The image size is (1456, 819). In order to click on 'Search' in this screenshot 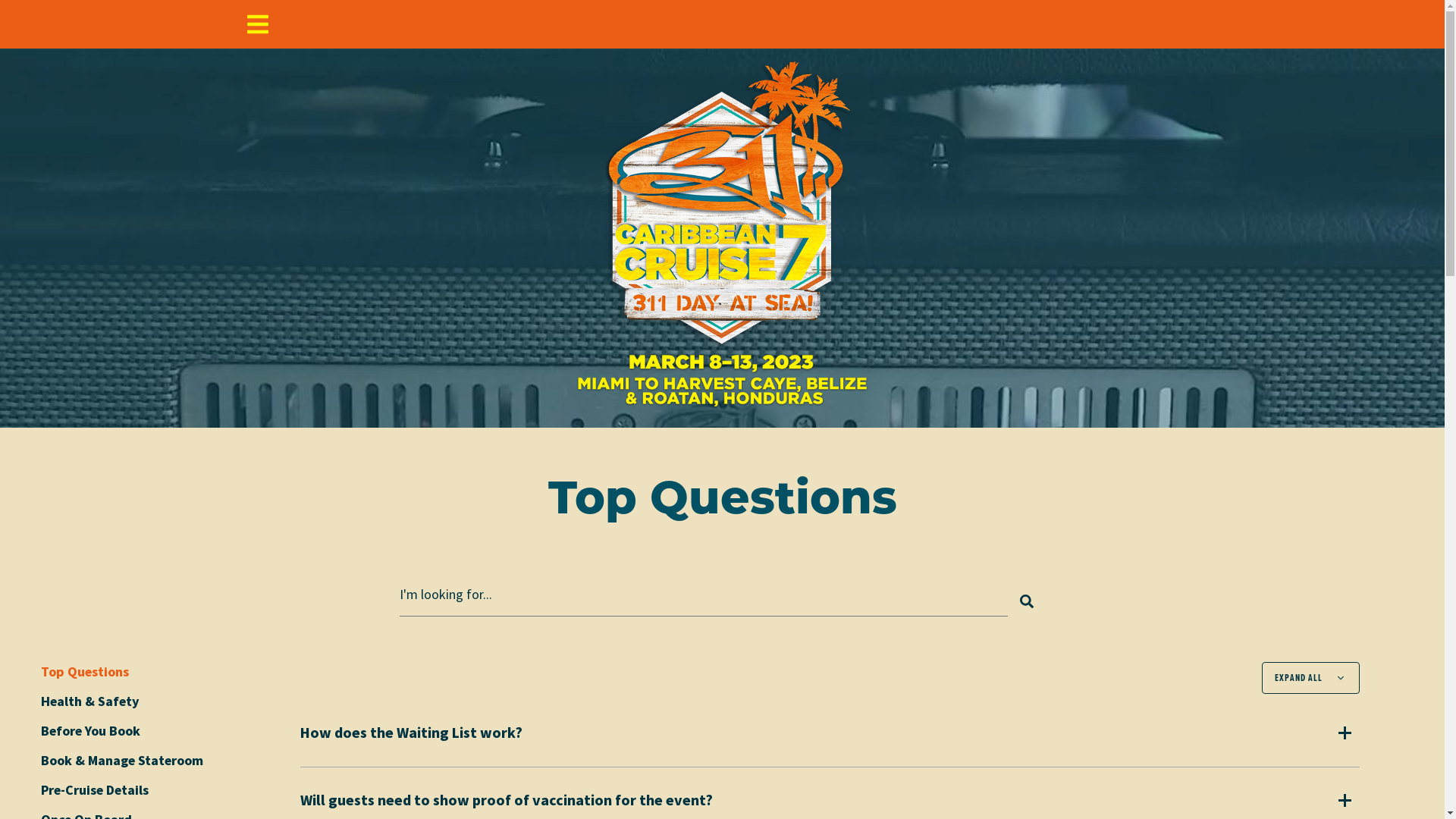, I will do `click(1026, 599)`.